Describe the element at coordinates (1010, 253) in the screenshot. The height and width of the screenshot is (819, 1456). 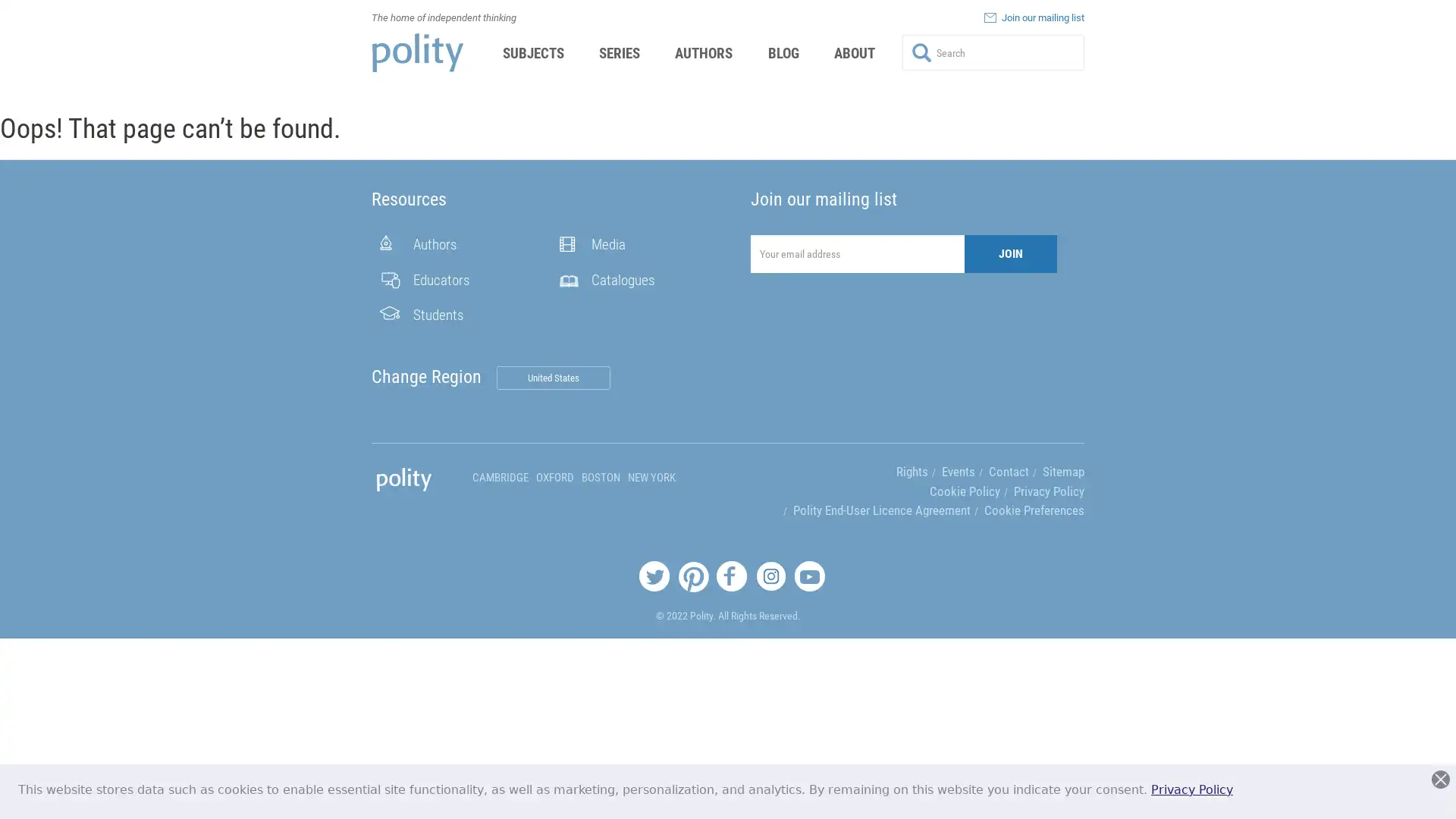
I see `JOIN` at that location.